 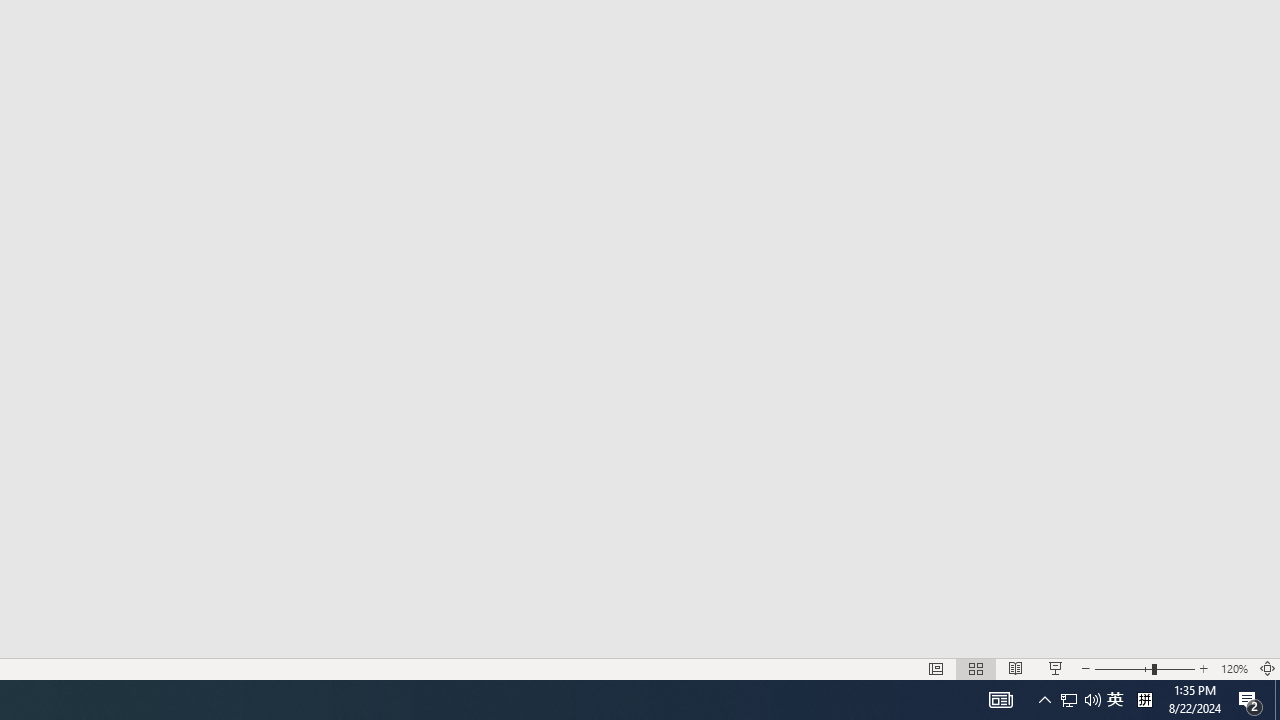 I want to click on 'Normal', so click(x=935, y=669).